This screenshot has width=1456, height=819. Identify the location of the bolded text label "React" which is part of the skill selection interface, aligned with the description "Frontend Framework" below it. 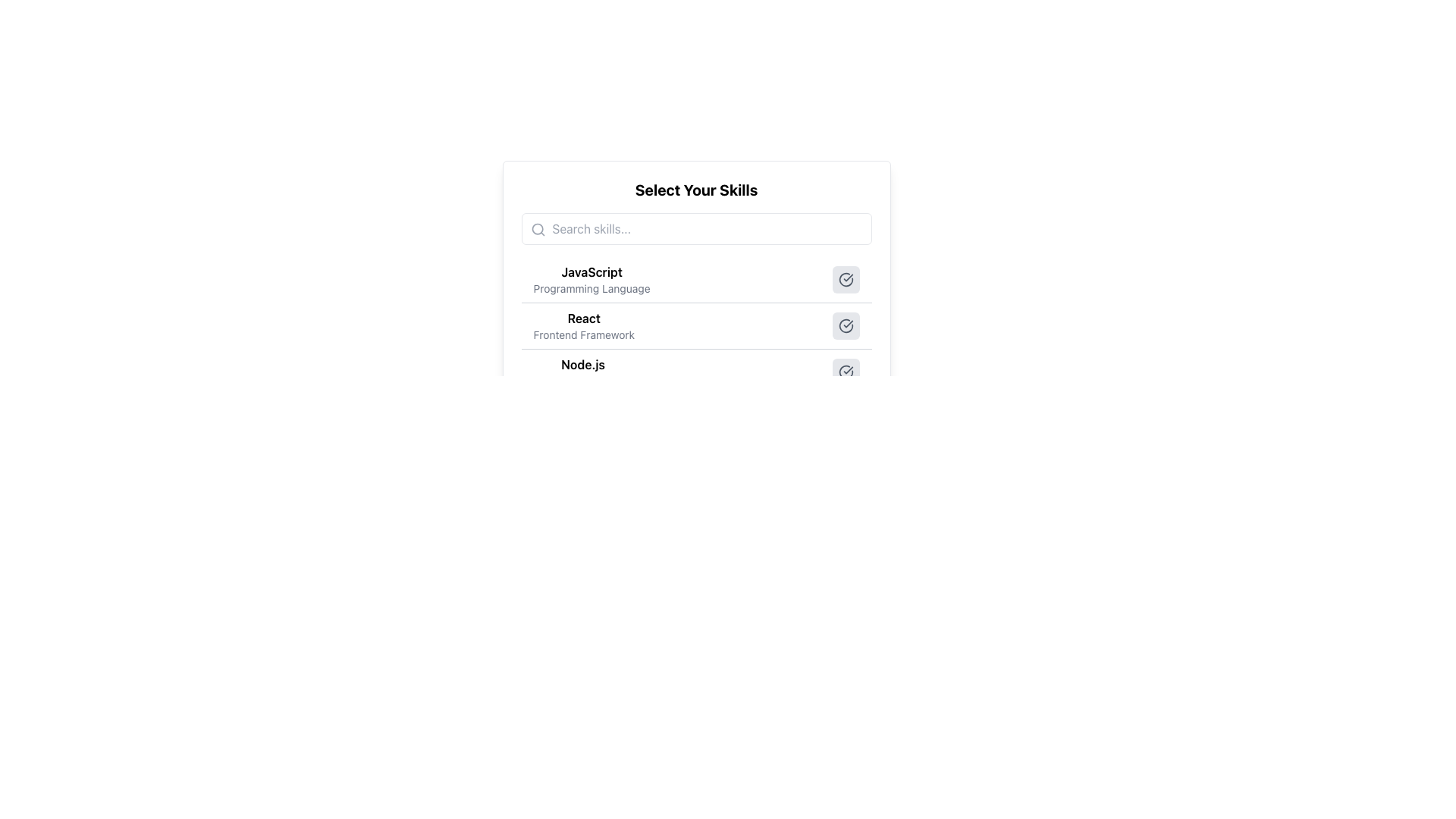
(583, 318).